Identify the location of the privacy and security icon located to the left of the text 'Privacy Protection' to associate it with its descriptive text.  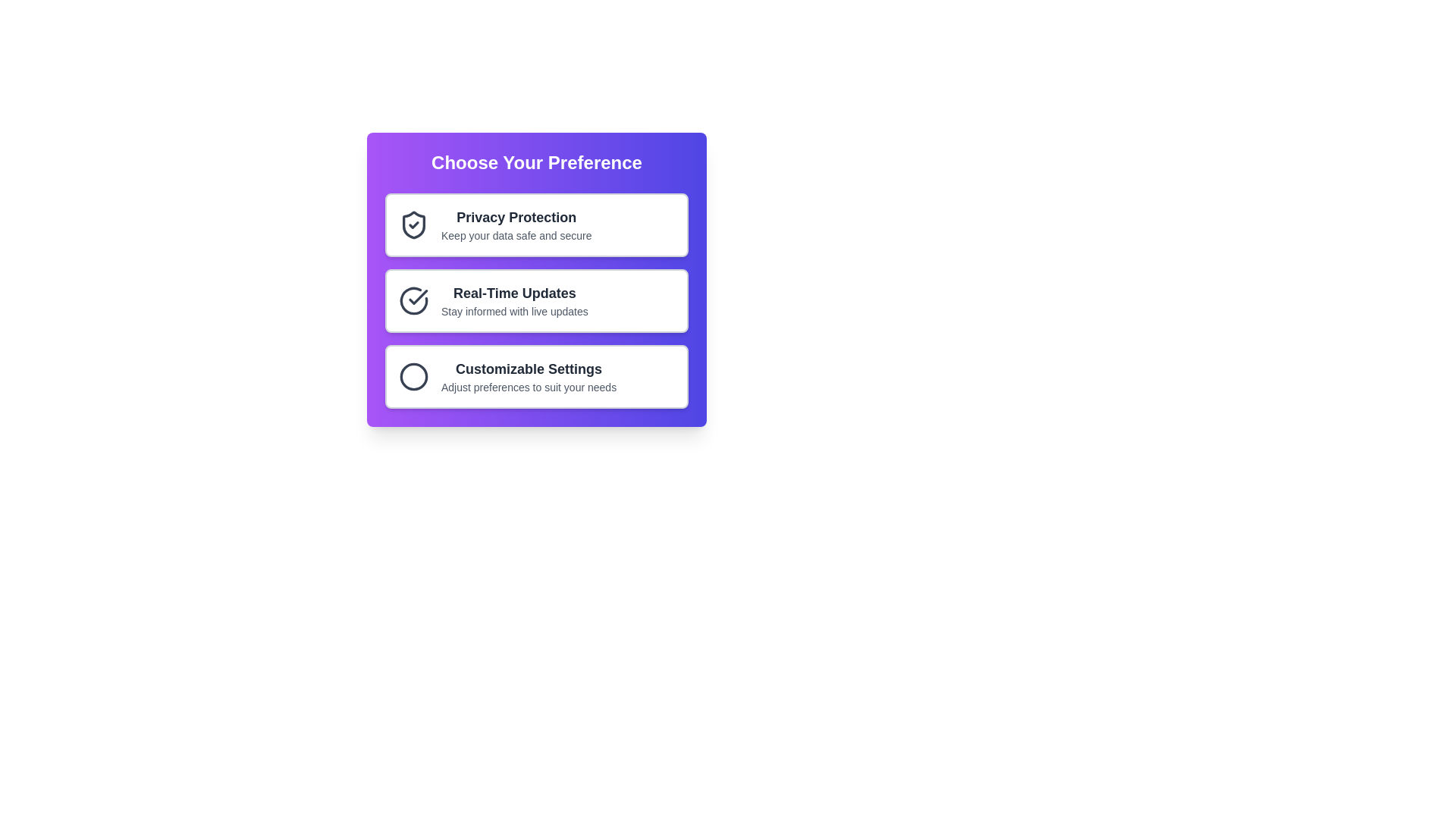
(414, 225).